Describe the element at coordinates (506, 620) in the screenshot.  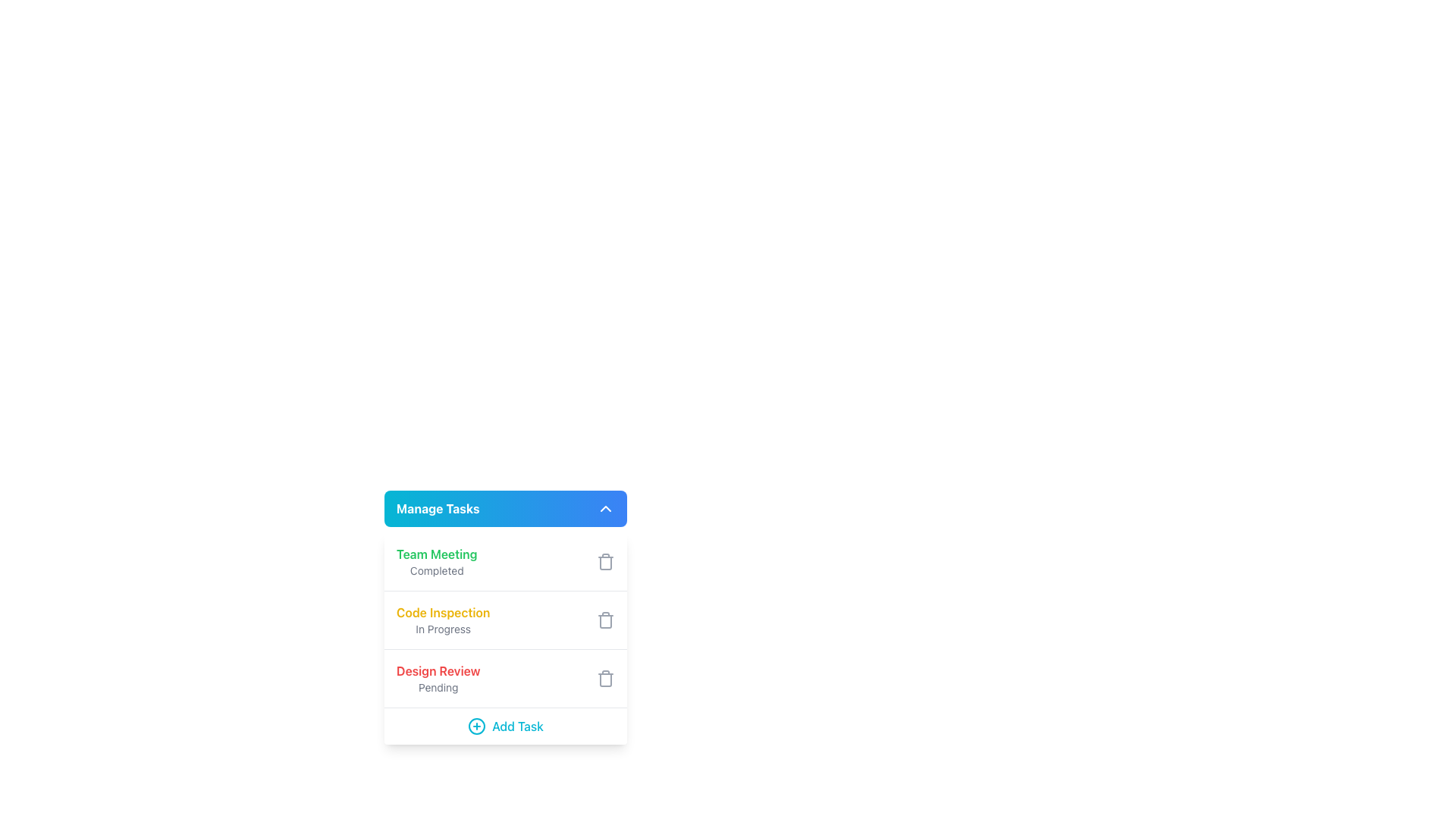
I see `the task entry titled 'In Progress'` at that location.